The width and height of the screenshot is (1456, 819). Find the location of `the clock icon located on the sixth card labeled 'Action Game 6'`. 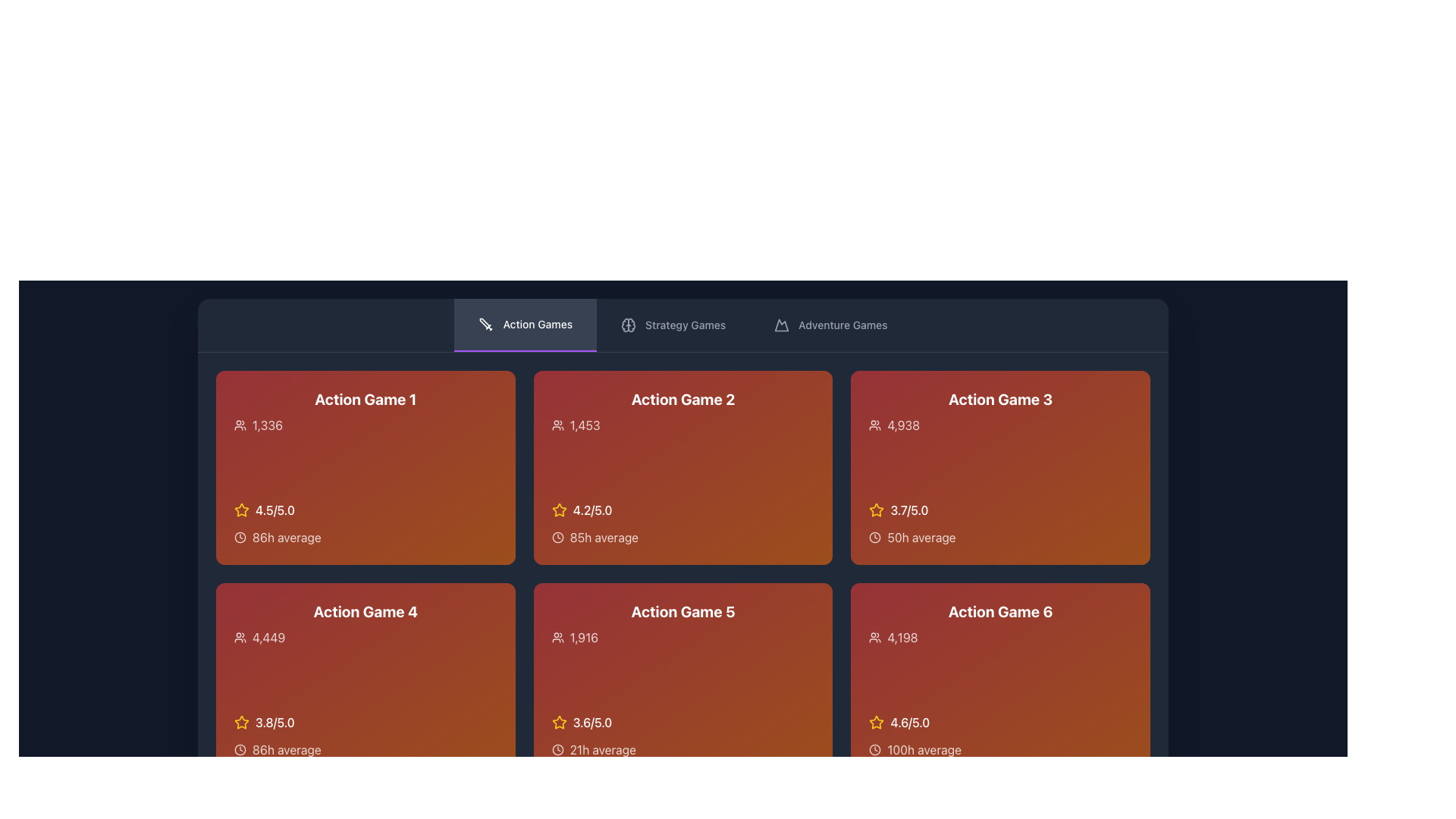

the clock icon located on the sixth card labeled 'Action Game 6' is located at coordinates (875, 748).